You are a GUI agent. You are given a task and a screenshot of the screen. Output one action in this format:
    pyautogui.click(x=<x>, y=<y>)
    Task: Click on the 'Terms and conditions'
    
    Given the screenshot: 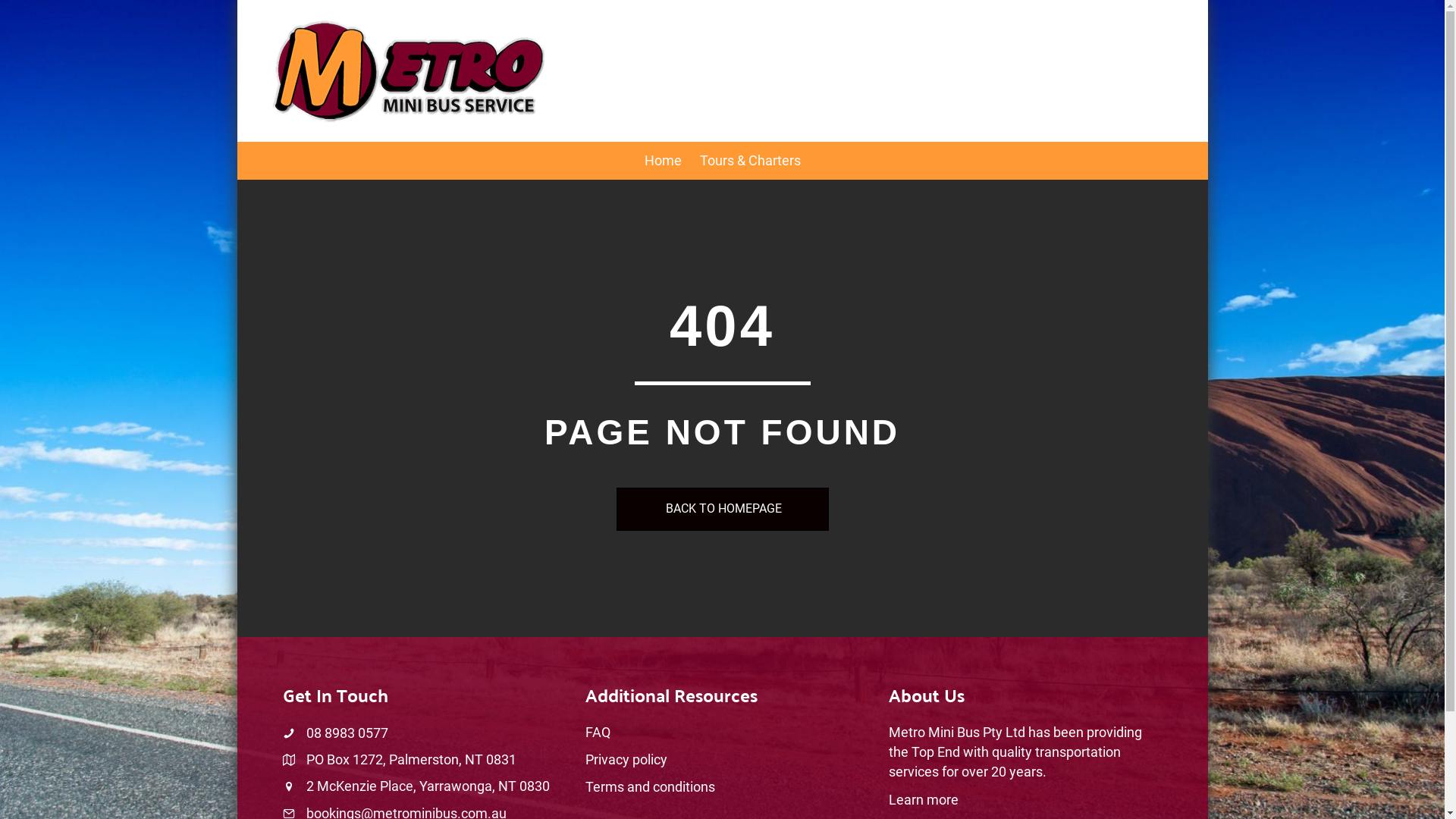 What is the action you would take?
    pyautogui.click(x=650, y=786)
    